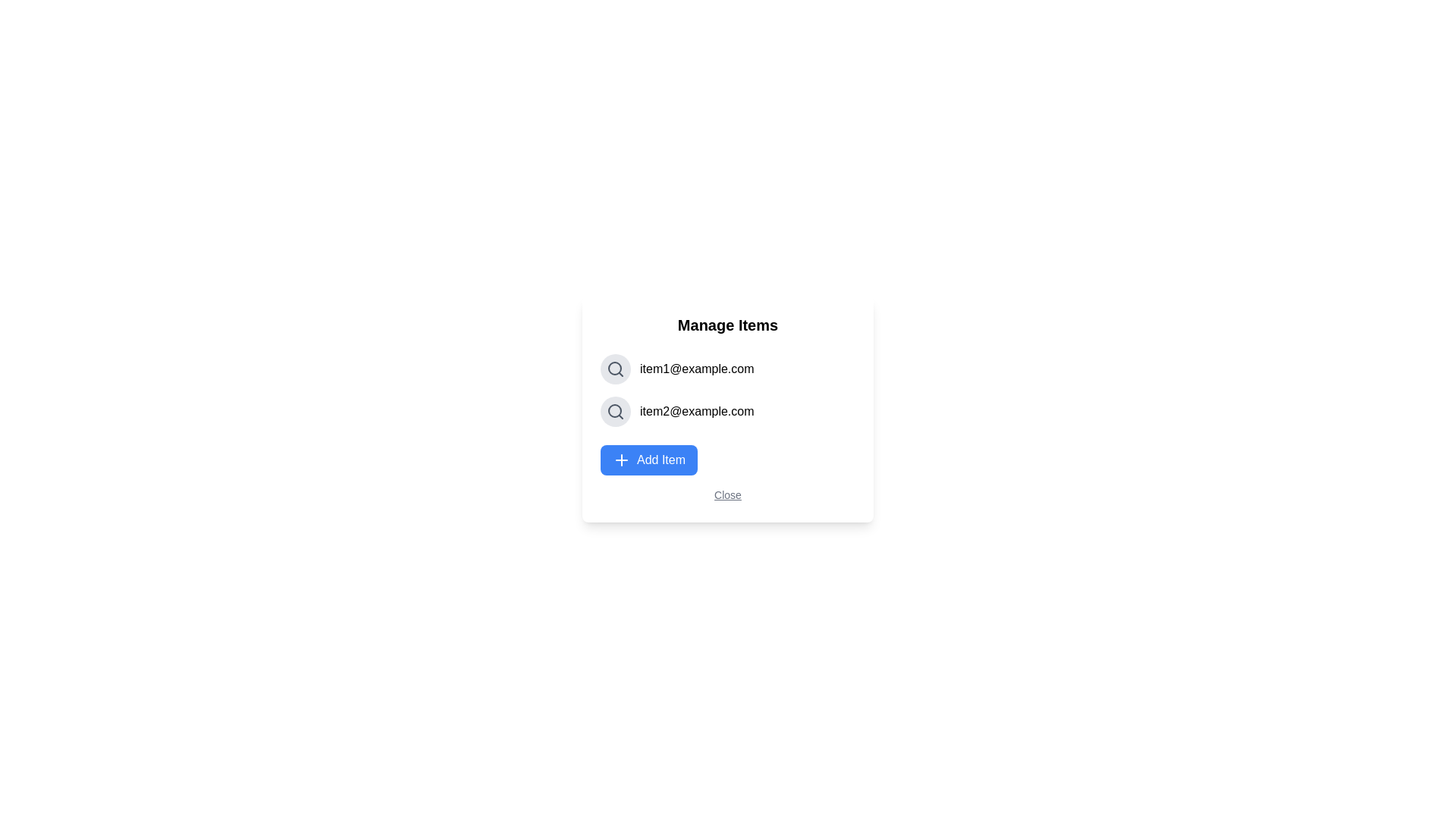 Image resolution: width=1456 pixels, height=819 pixels. I want to click on the email text of the second item to select it, so click(695, 412).